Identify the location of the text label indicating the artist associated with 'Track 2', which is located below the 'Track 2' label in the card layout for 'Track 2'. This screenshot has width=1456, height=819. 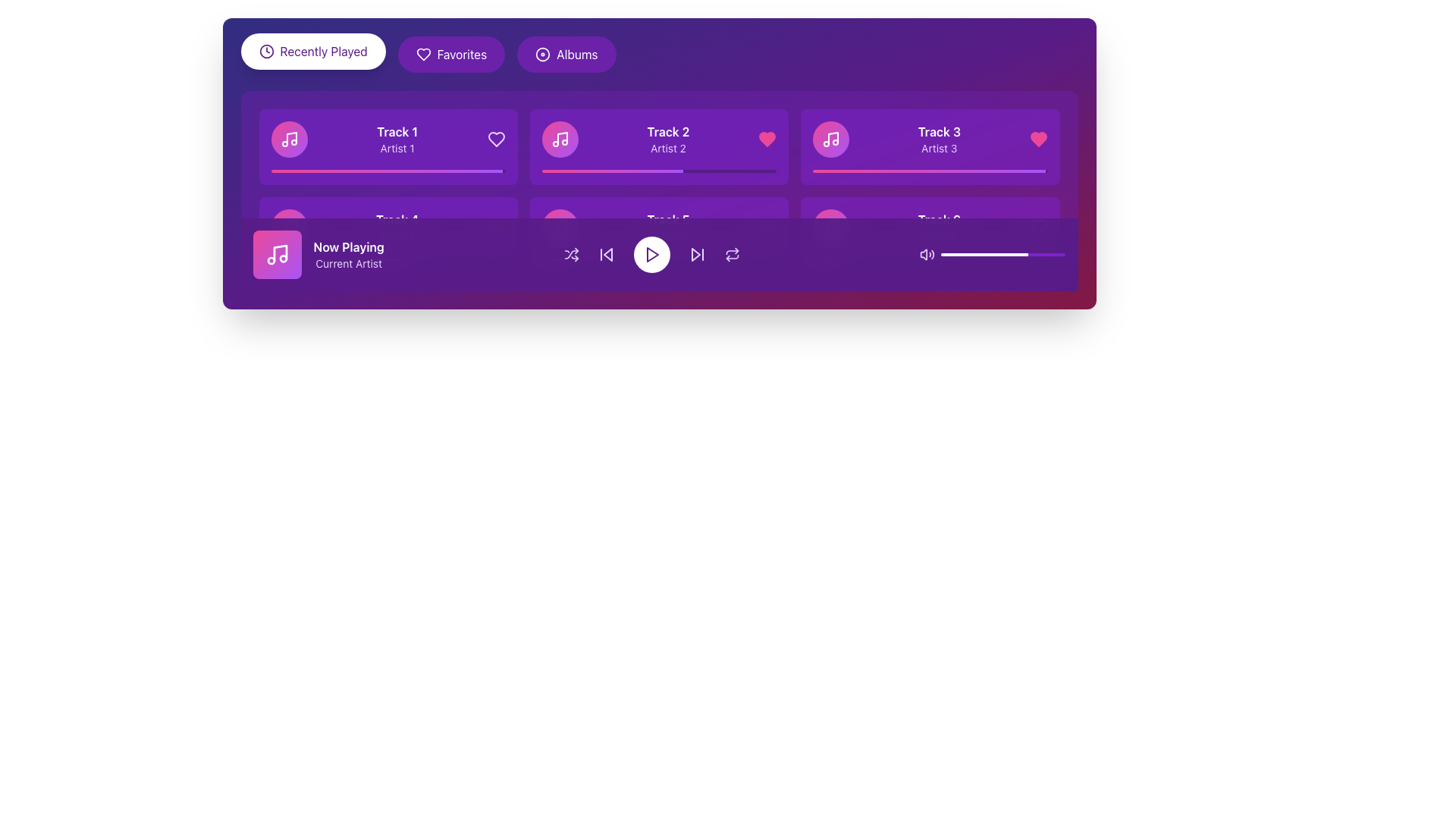
(667, 149).